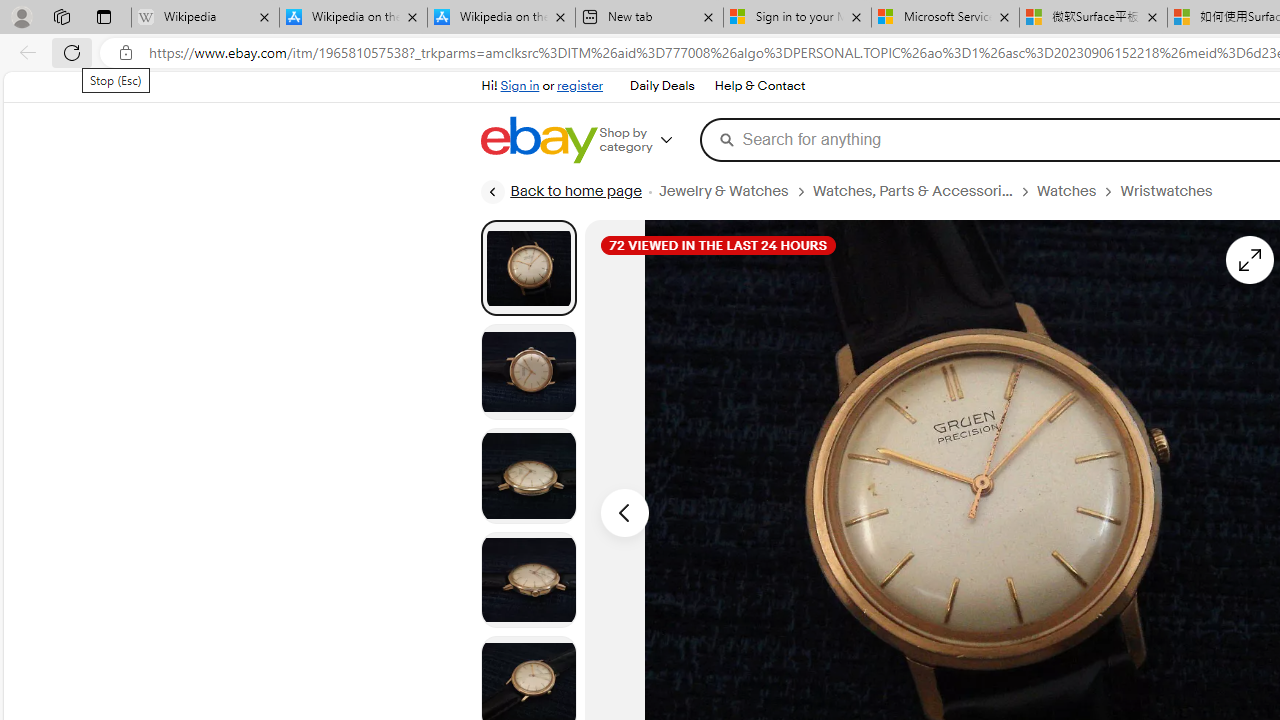  Describe the element at coordinates (205, 17) in the screenshot. I see `'Wikipedia - Sleeping'` at that location.